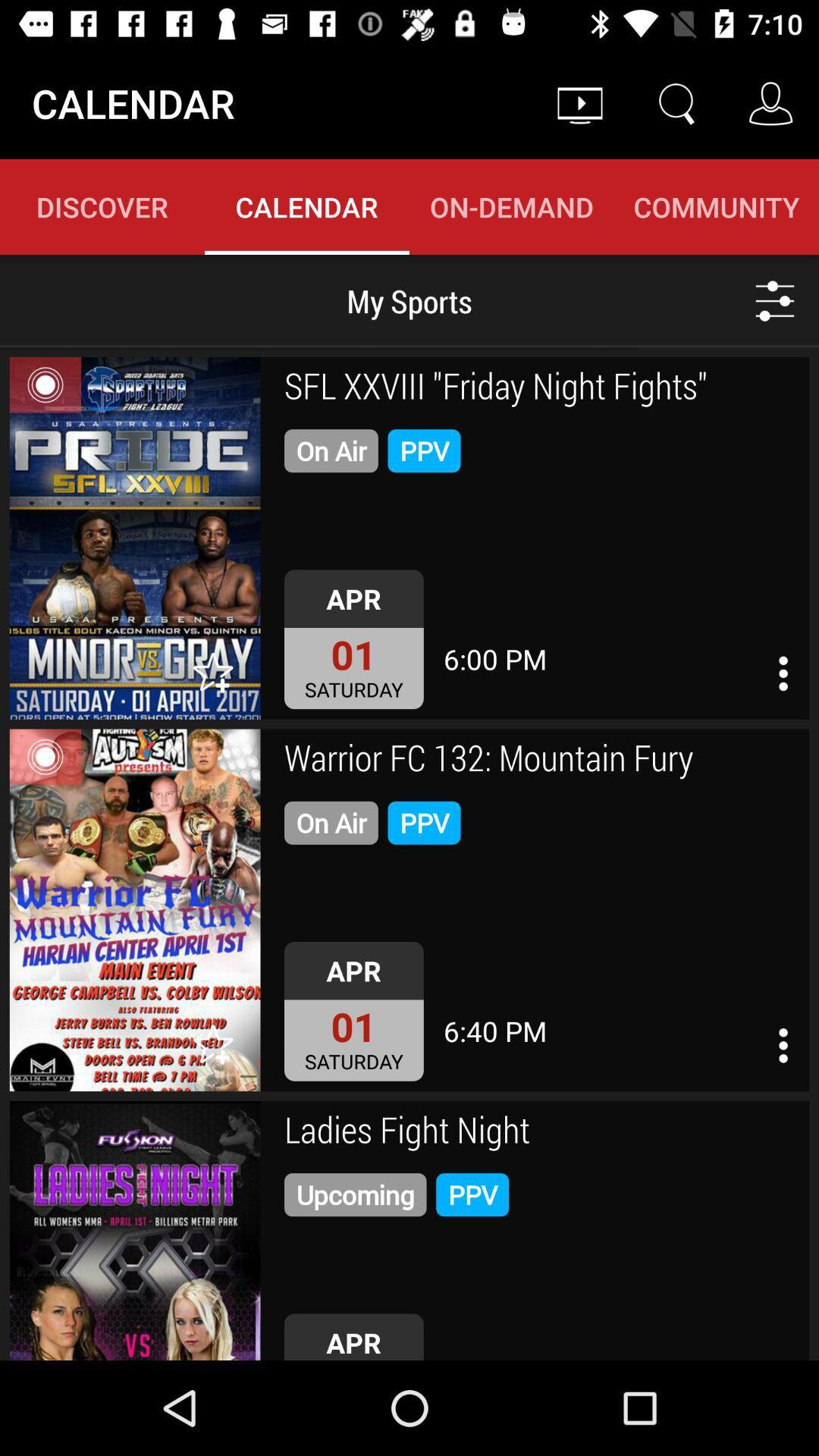 This screenshot has width=819, height=1456. Describe the element at coordinates (541, 1132) in the screenshot. I see `icon below saturday` at that location.